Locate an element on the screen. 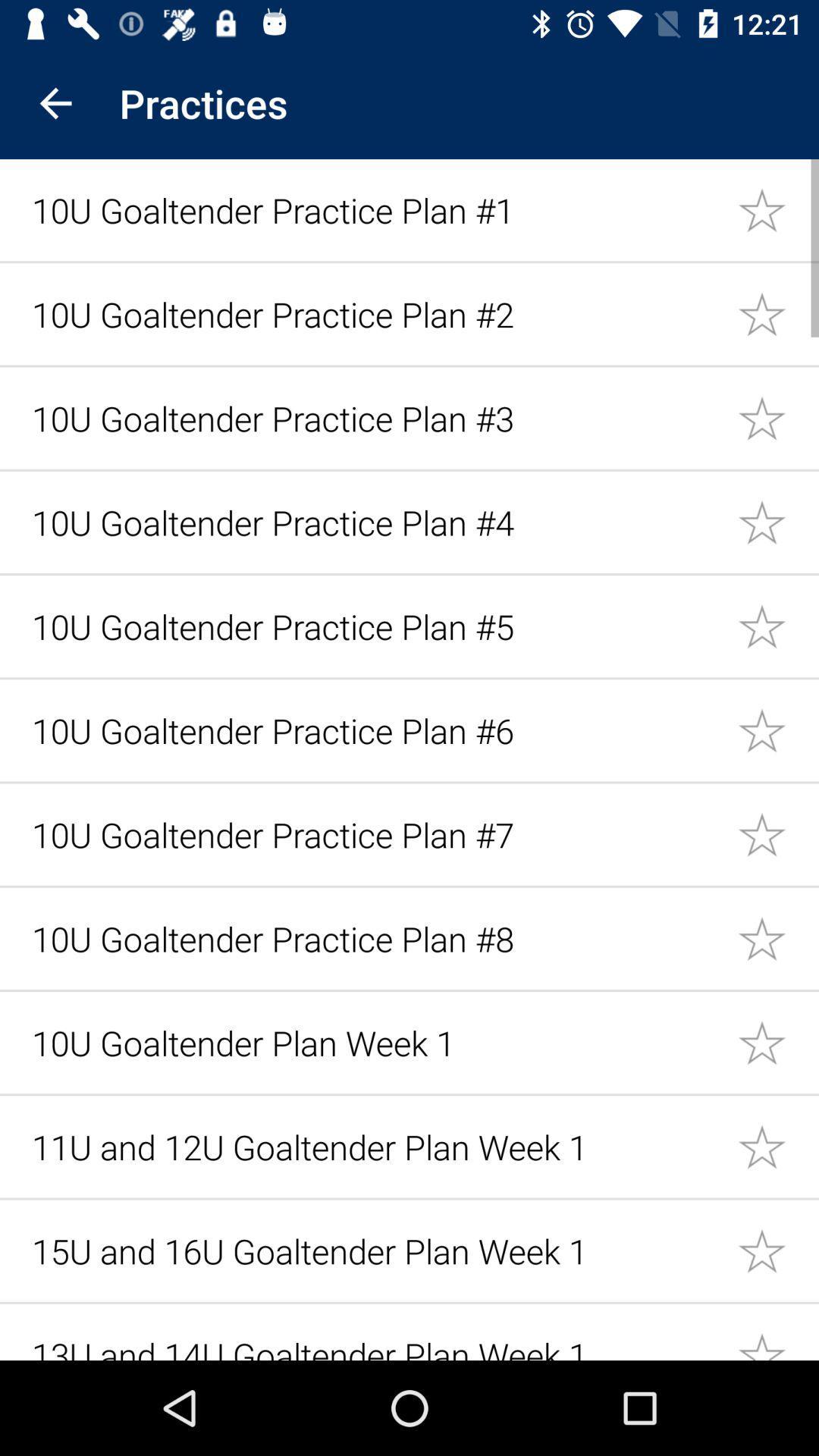  your practices weeks is located at coordinates (778, 1041).